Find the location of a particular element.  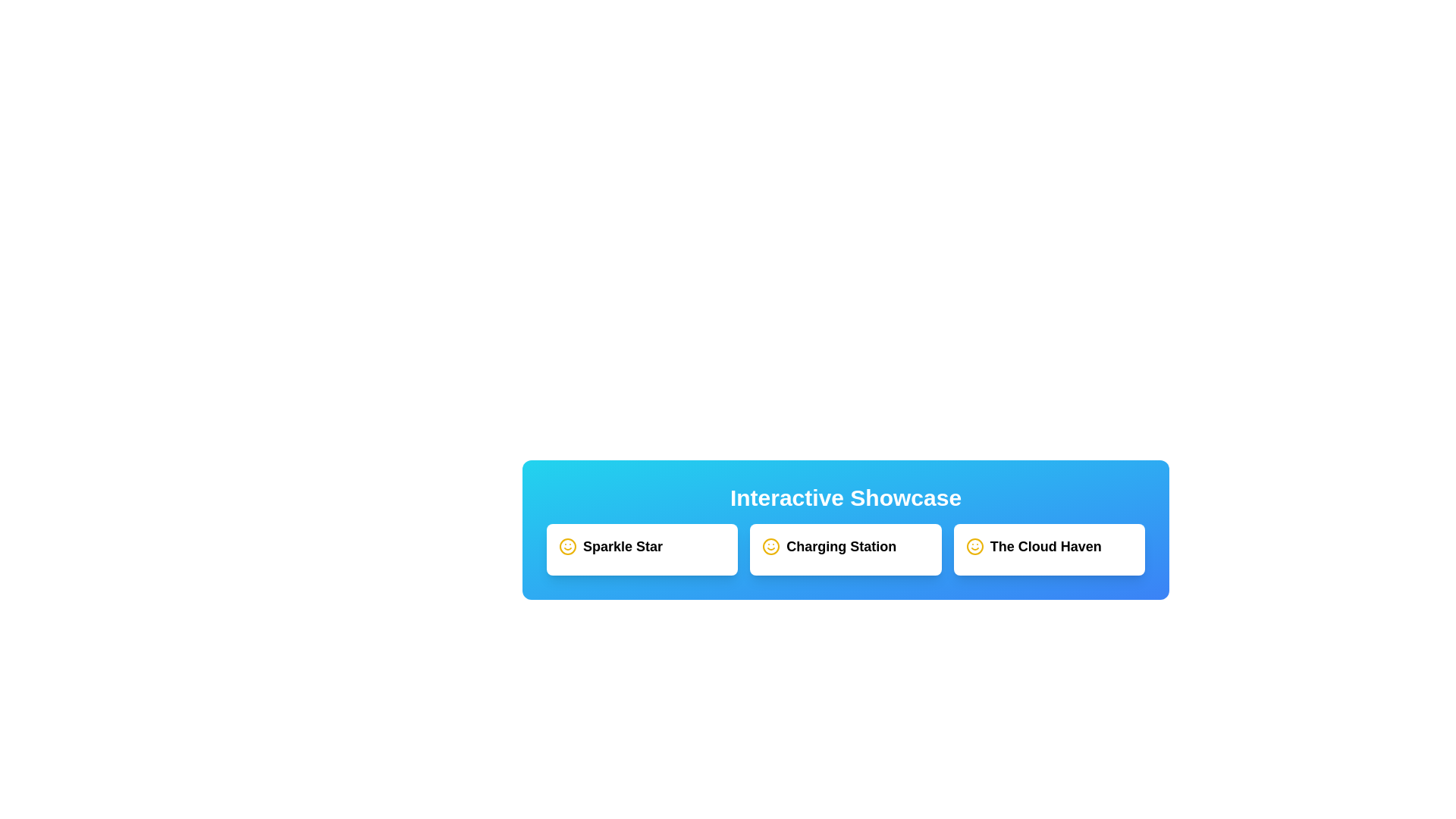

the text label with an icon titled 'The Cloud Haven' located within the third box of the 'Interactive Showcase' section is located at coordinates (1048, 547).